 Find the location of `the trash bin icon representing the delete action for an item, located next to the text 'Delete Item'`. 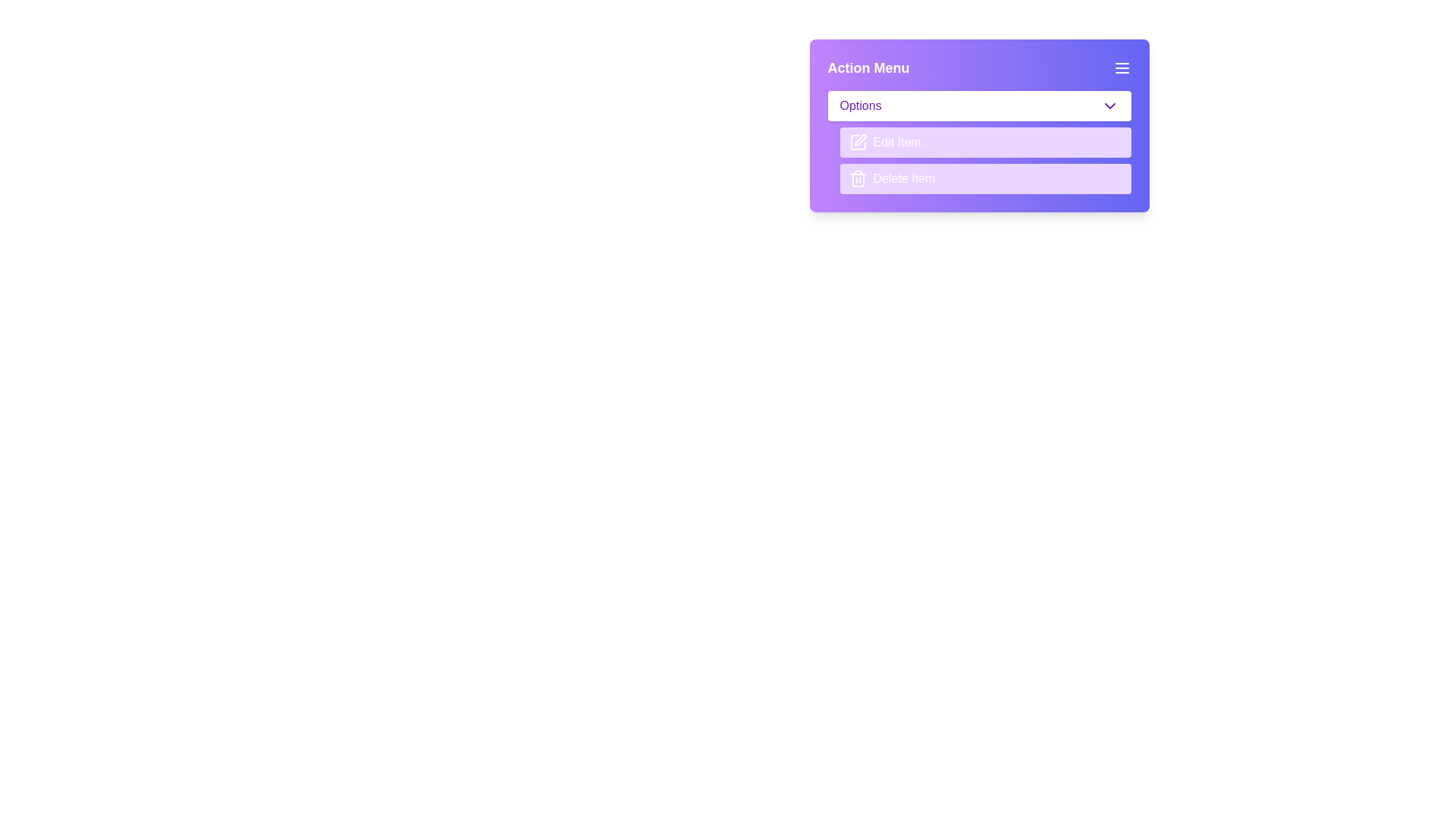

the trash bin icon representing the delete action for an item, located next to the text 'Delete Item' is located at coordinates (858, 177).